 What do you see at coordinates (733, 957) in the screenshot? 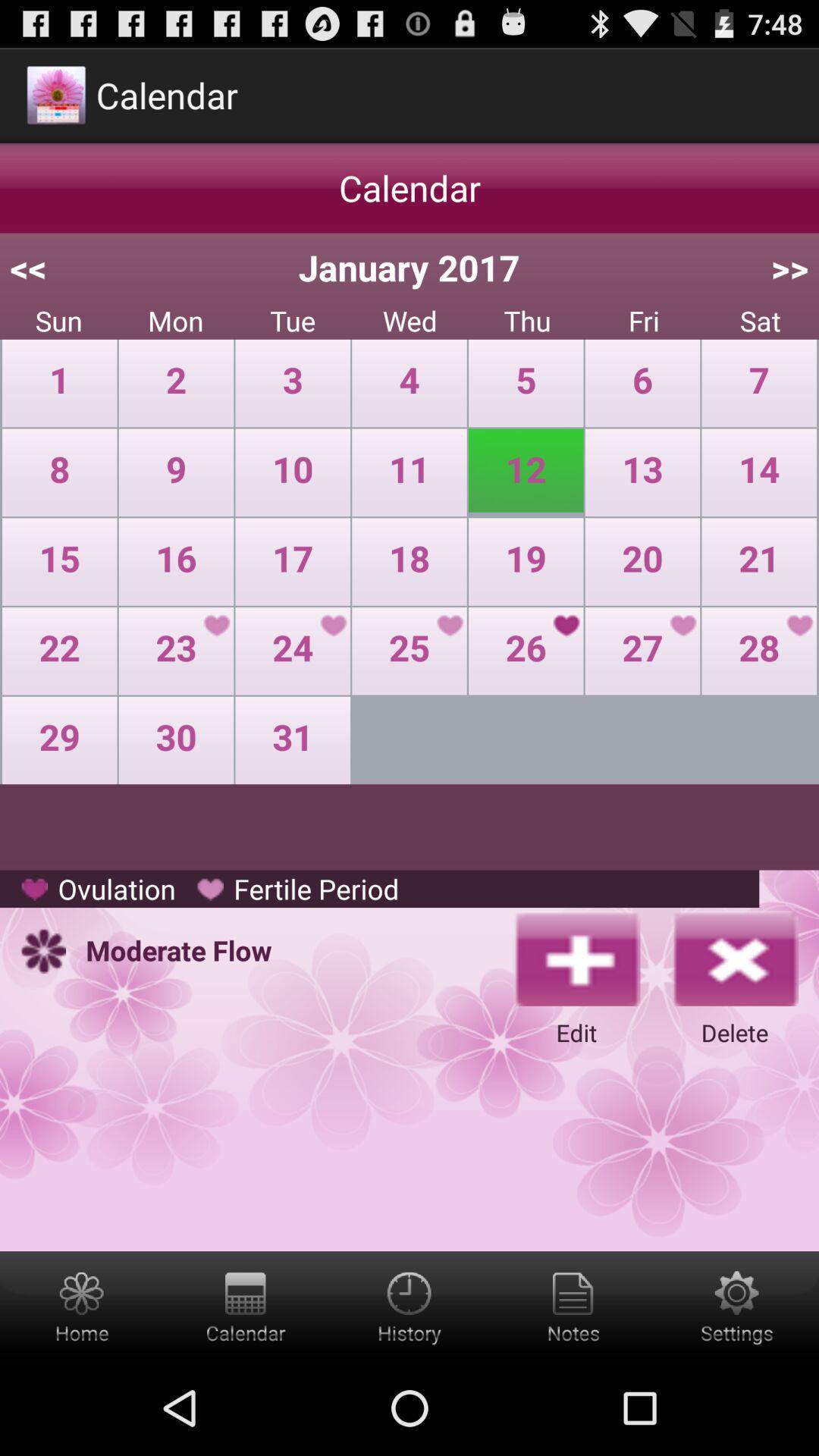
I see `delete` at bounding box center [733, 957].